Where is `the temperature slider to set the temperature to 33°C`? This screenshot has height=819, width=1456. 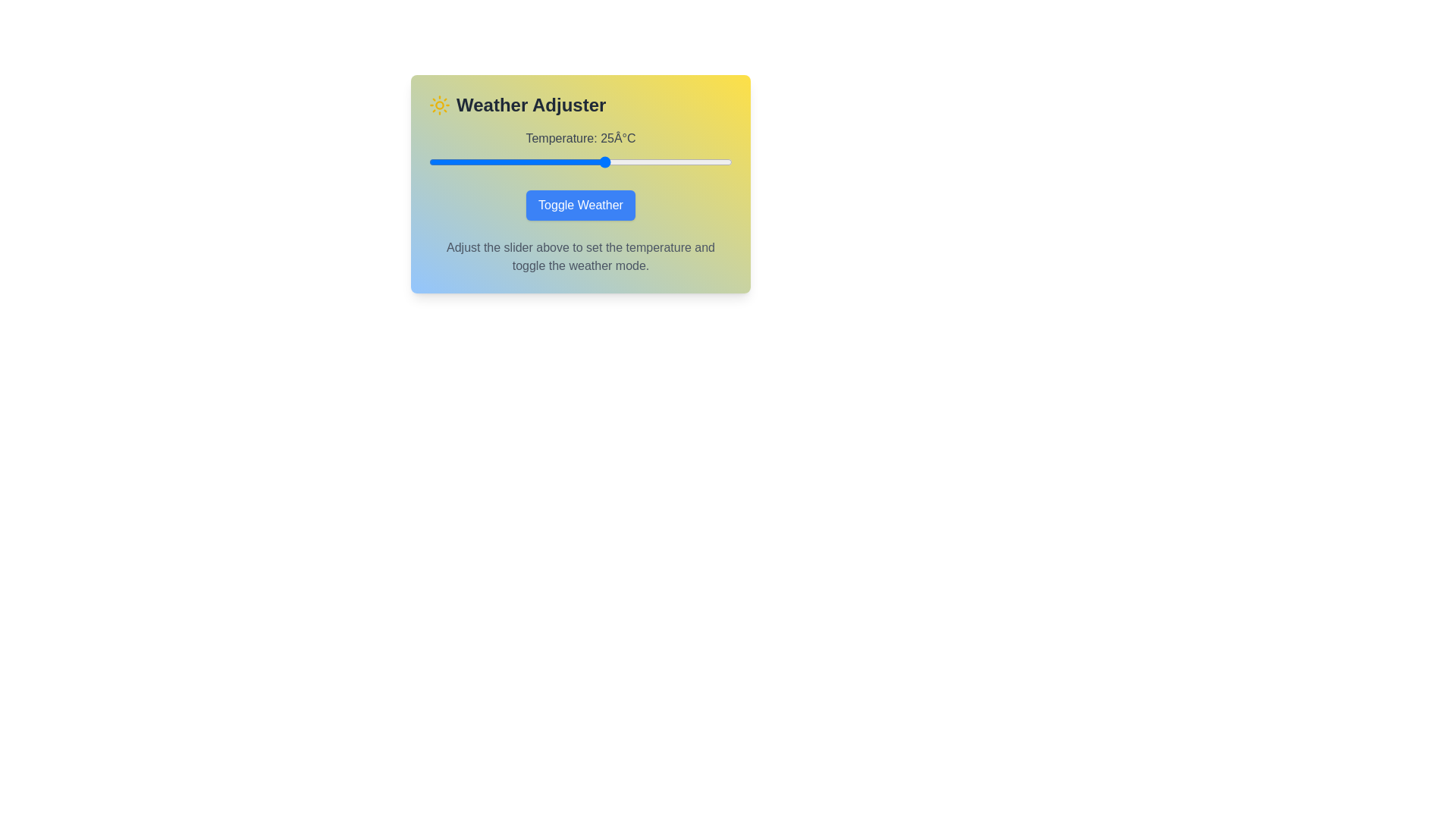 the temperature slider to set the temperature to 33°C is located at coordinates (646, 162).